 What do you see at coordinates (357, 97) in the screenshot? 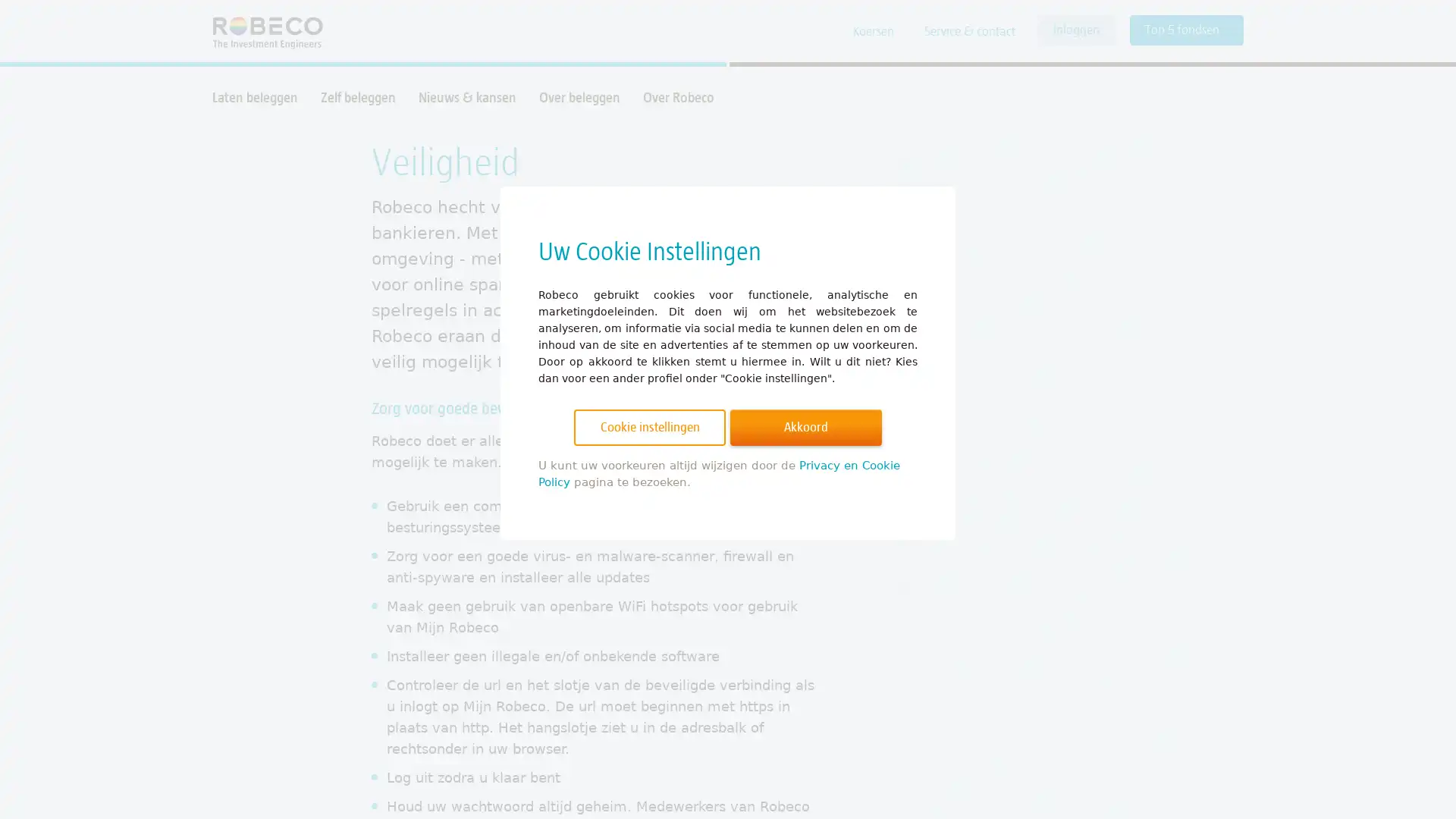
I see `Zelf beleggen` at bounding box center [357, 97].